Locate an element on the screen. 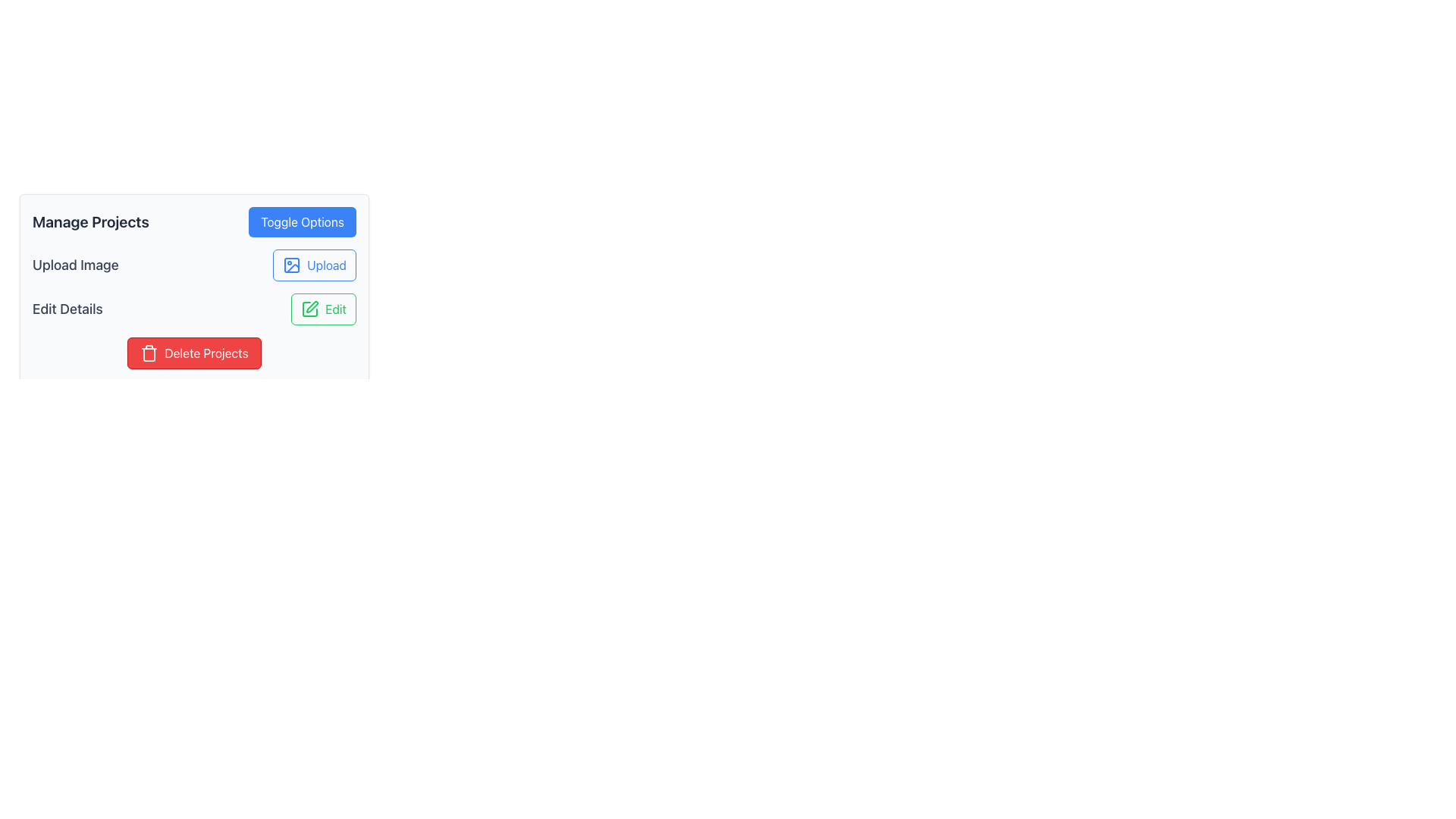 The image size is (1456, 819). the 'Edit' icon, which is a square with a pen and styled with a green outline, located in the 'Edit Details' section to the right of the 'Upload' button is located at coordinates (309, 309).